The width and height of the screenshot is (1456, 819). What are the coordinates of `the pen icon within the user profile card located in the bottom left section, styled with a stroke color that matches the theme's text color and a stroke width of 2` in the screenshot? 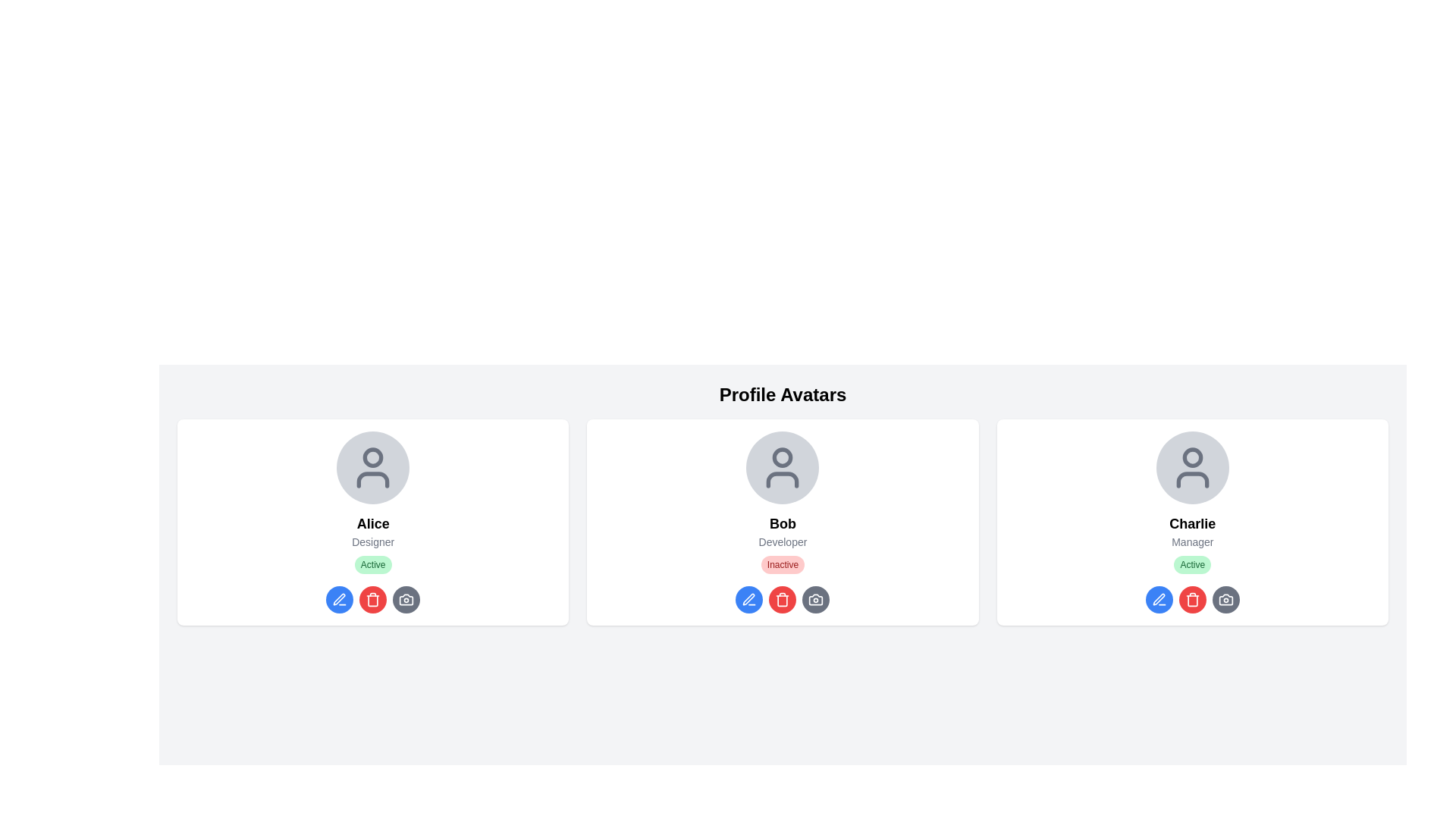 It's located at (749, 598).